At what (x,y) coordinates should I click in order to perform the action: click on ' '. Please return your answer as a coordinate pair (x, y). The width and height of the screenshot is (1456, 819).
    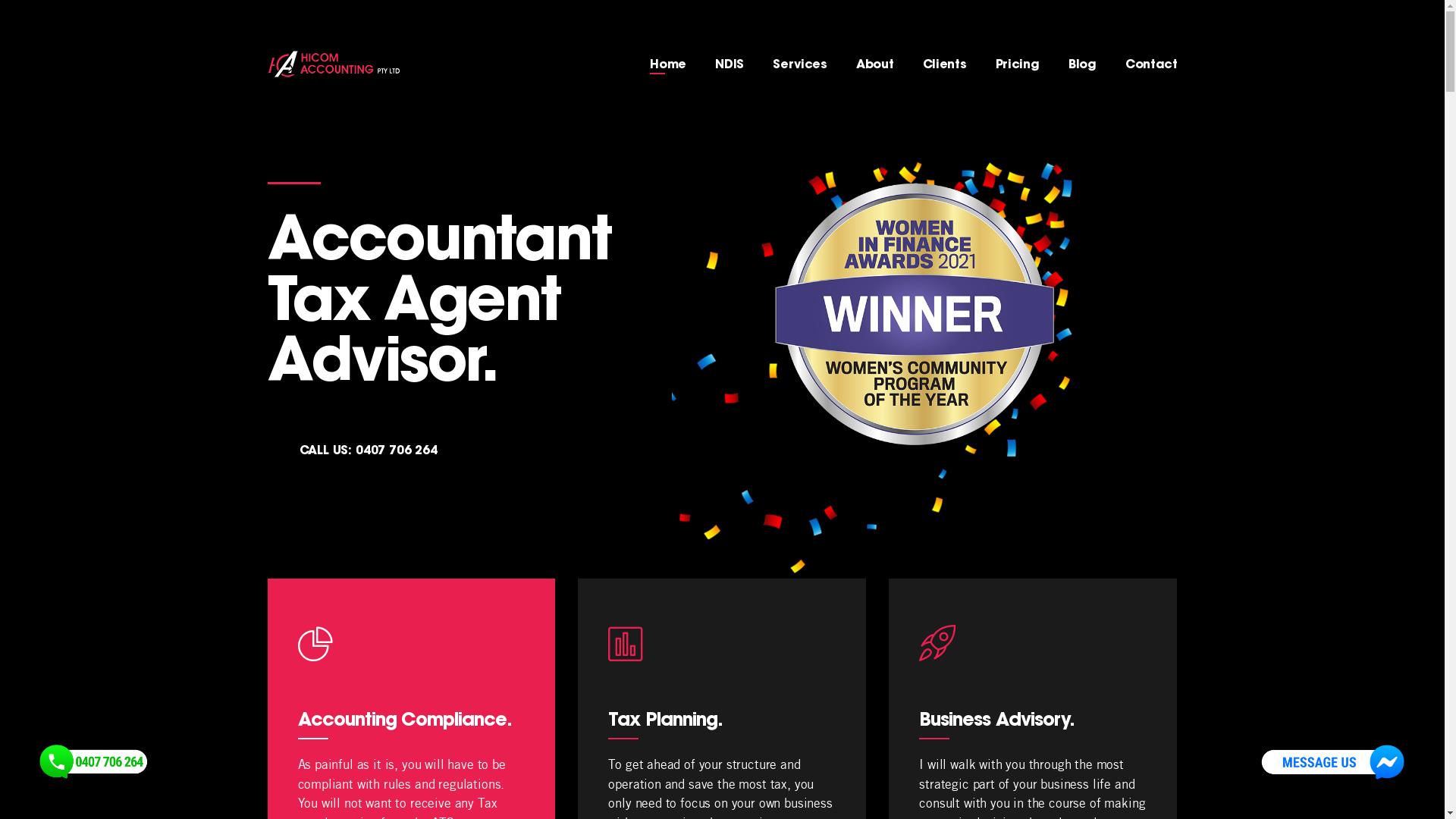
    Looking at the image, I should click on (377, 63).